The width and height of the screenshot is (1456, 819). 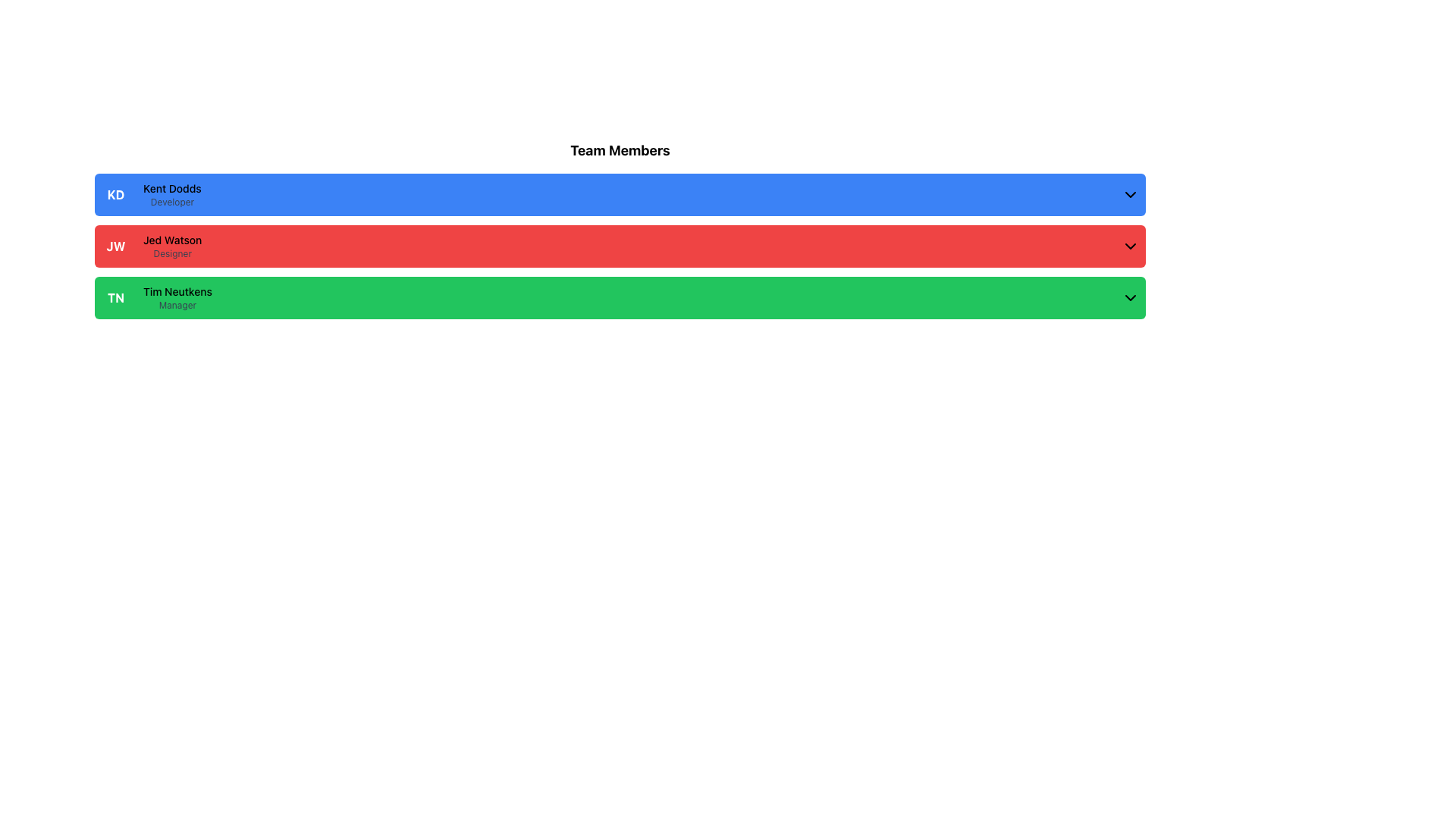 I want to click on text label displaying 'Manager' located below 'Tim Neutkens' in the green-colored section, so click(x=177, y=305).